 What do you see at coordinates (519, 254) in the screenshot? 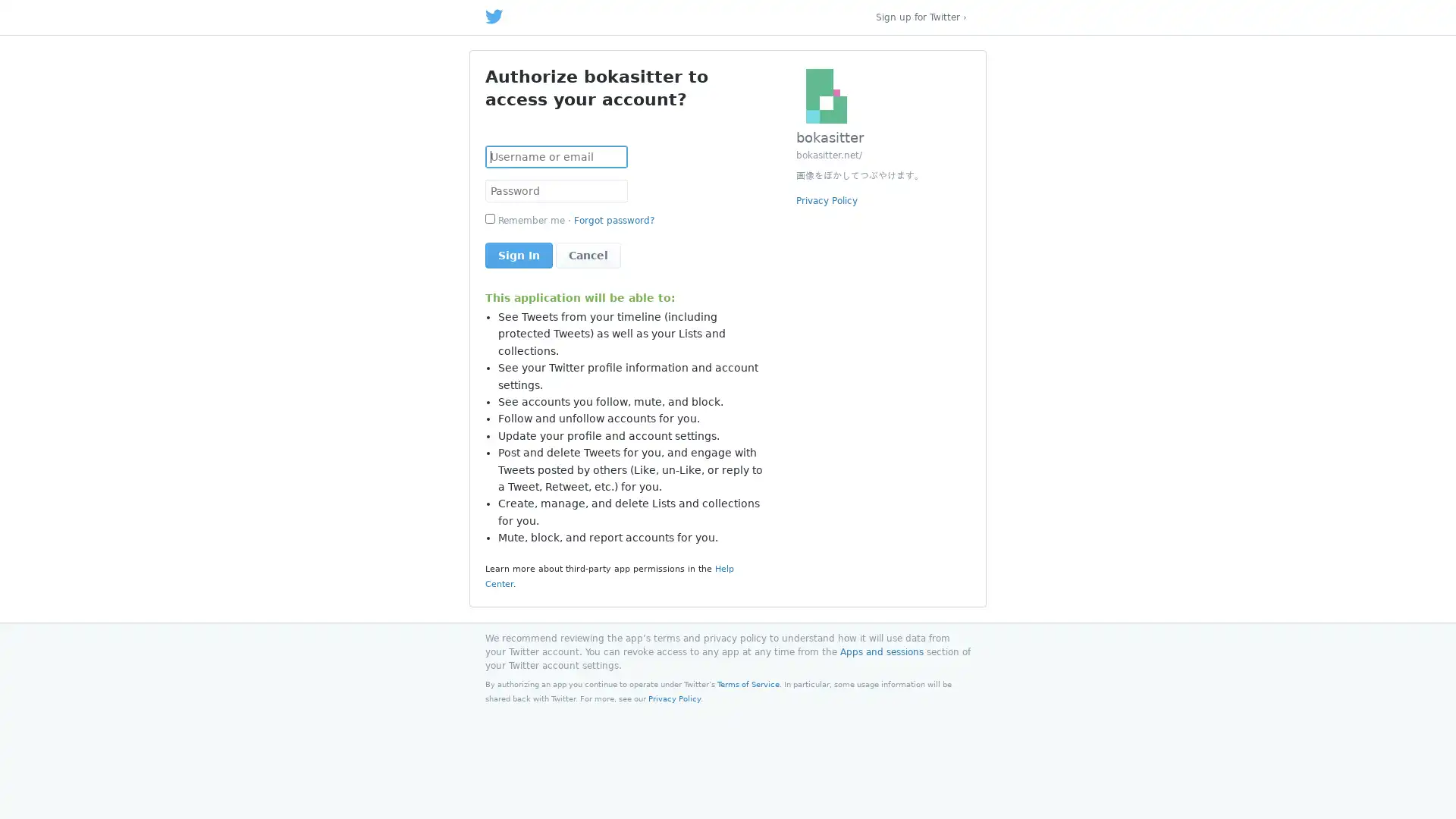
I see `Sign In` at bounding box center [519, 254].